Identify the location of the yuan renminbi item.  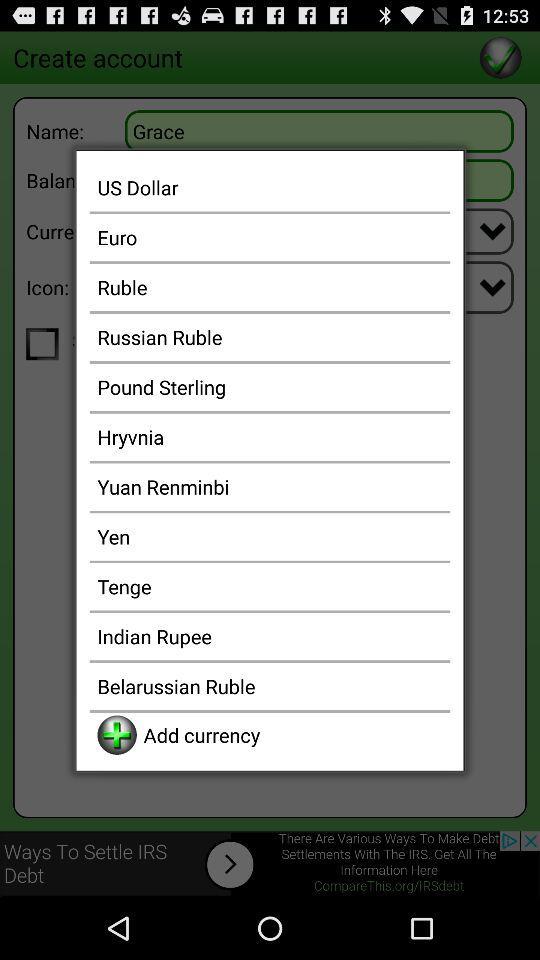
(270, 485).